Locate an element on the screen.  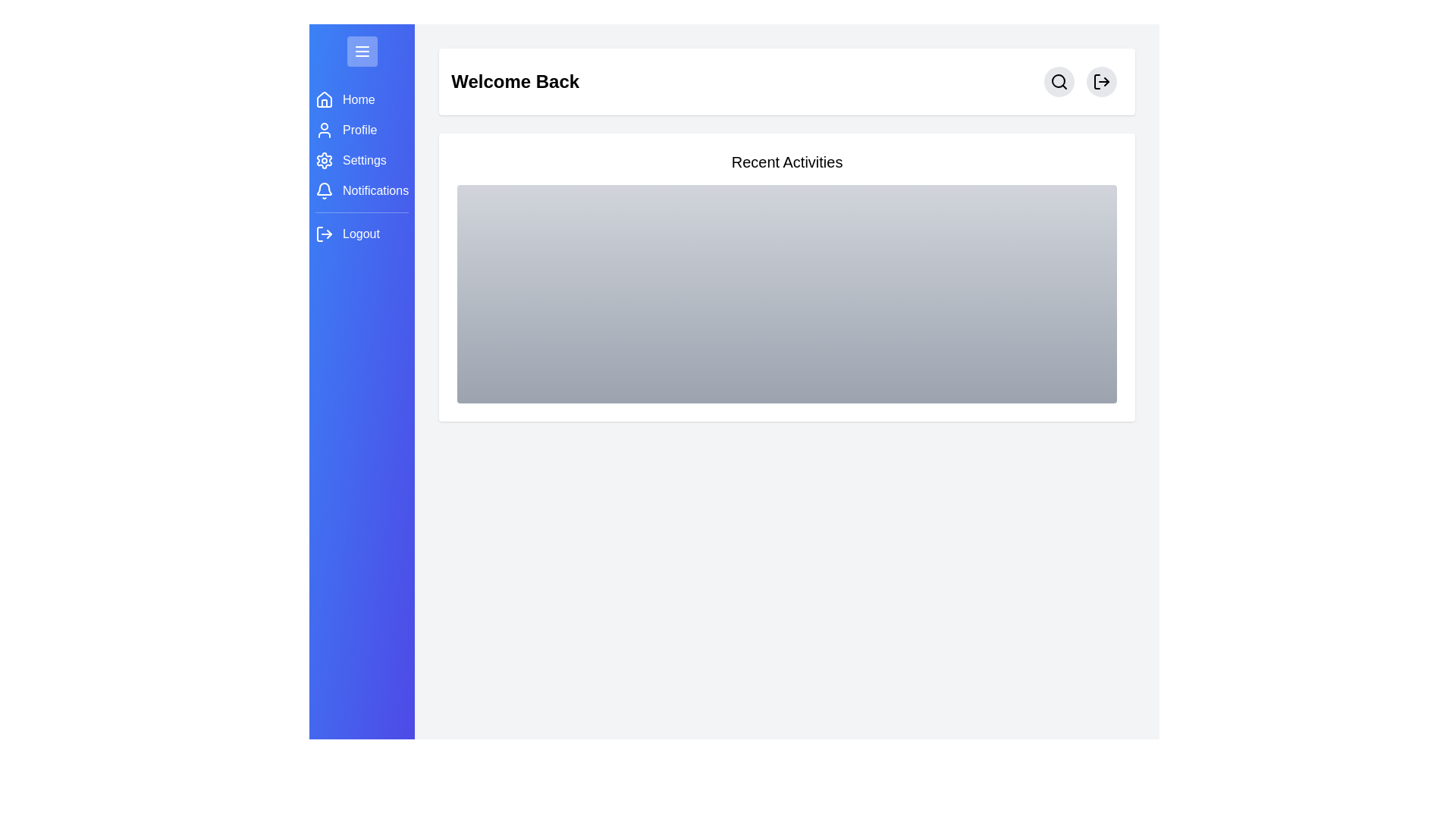
the 'Notifications' navigation link with a bell icon located on the left vertical navigation bar, positioned fourth from the top is located at coordinates (361, 190).